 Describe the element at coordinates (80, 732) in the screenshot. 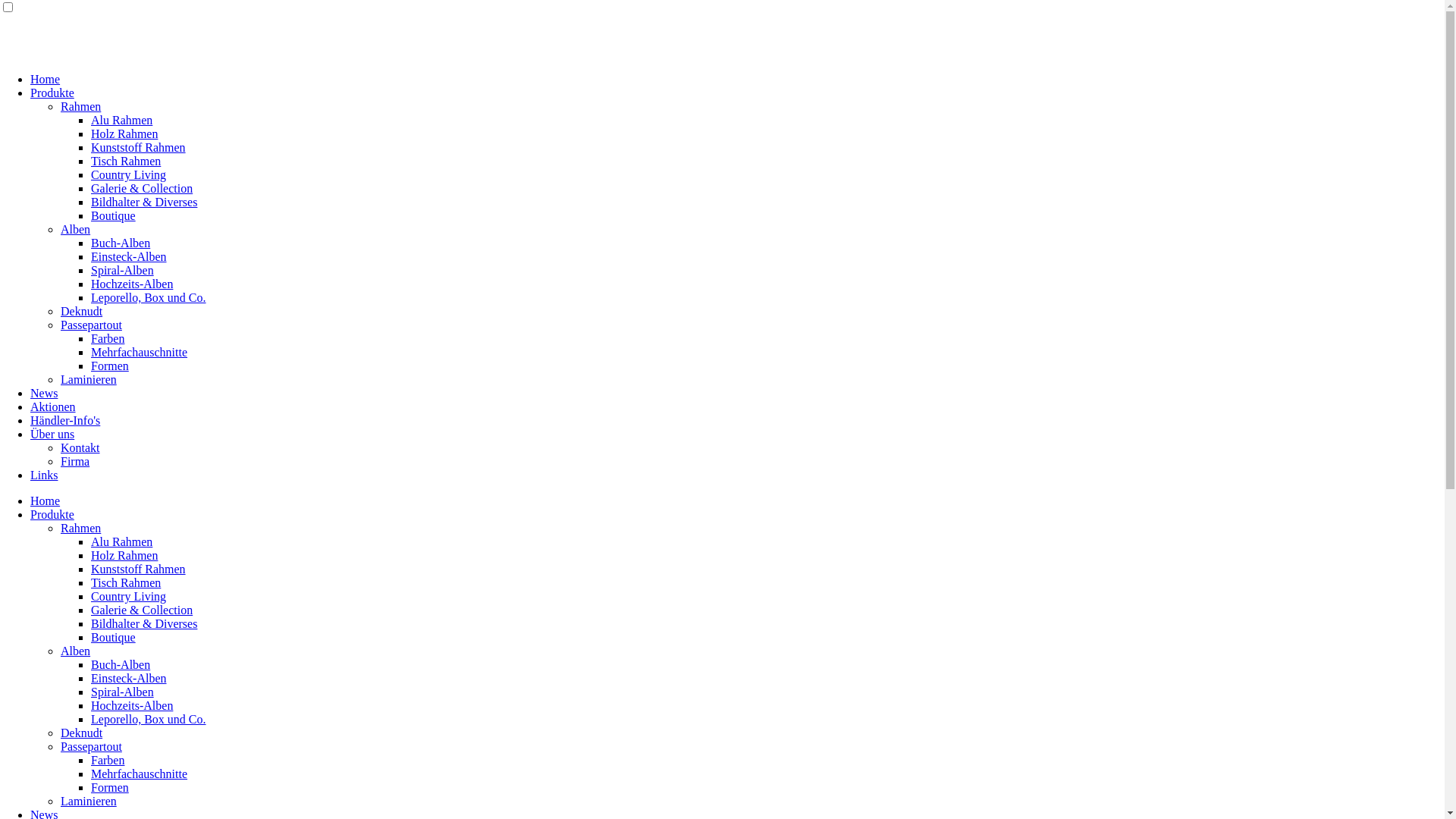

I see `'Deknudt'` at that location.